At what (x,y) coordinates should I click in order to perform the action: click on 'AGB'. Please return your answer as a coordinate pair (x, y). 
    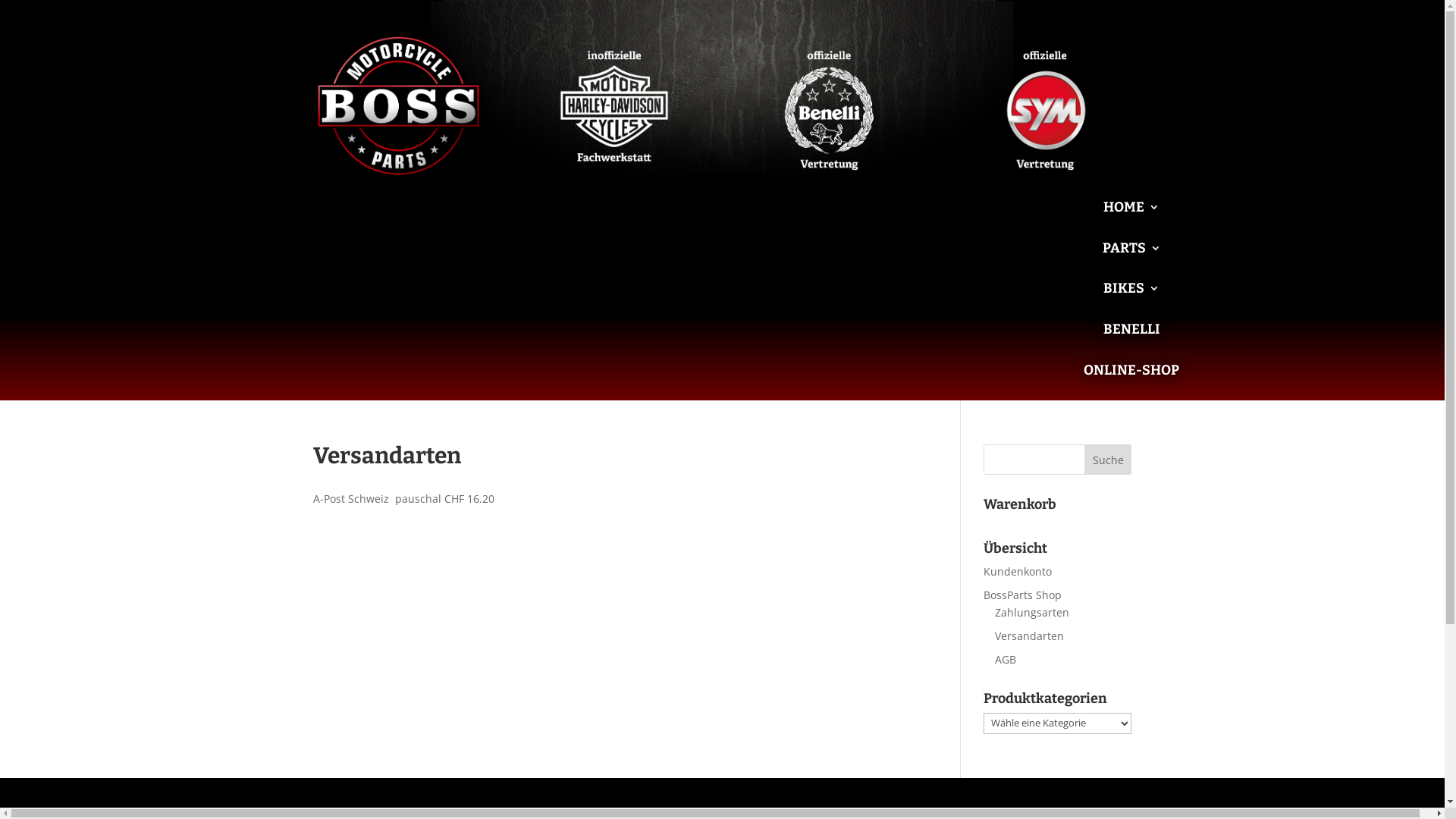
    Looking at the image, I should click on (1005, 658).